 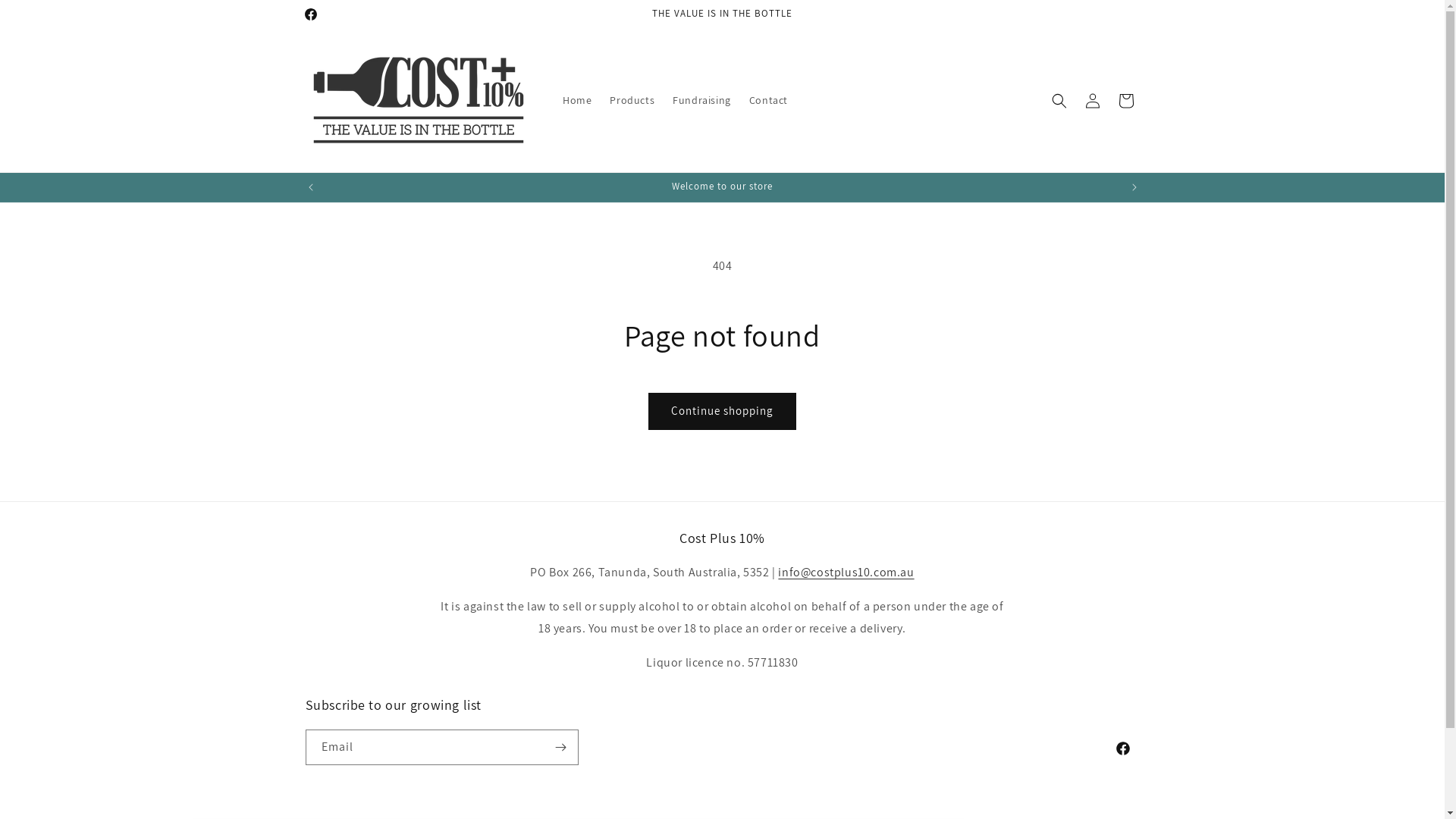 I want to click on 'Products', so click(x=632, y=99).